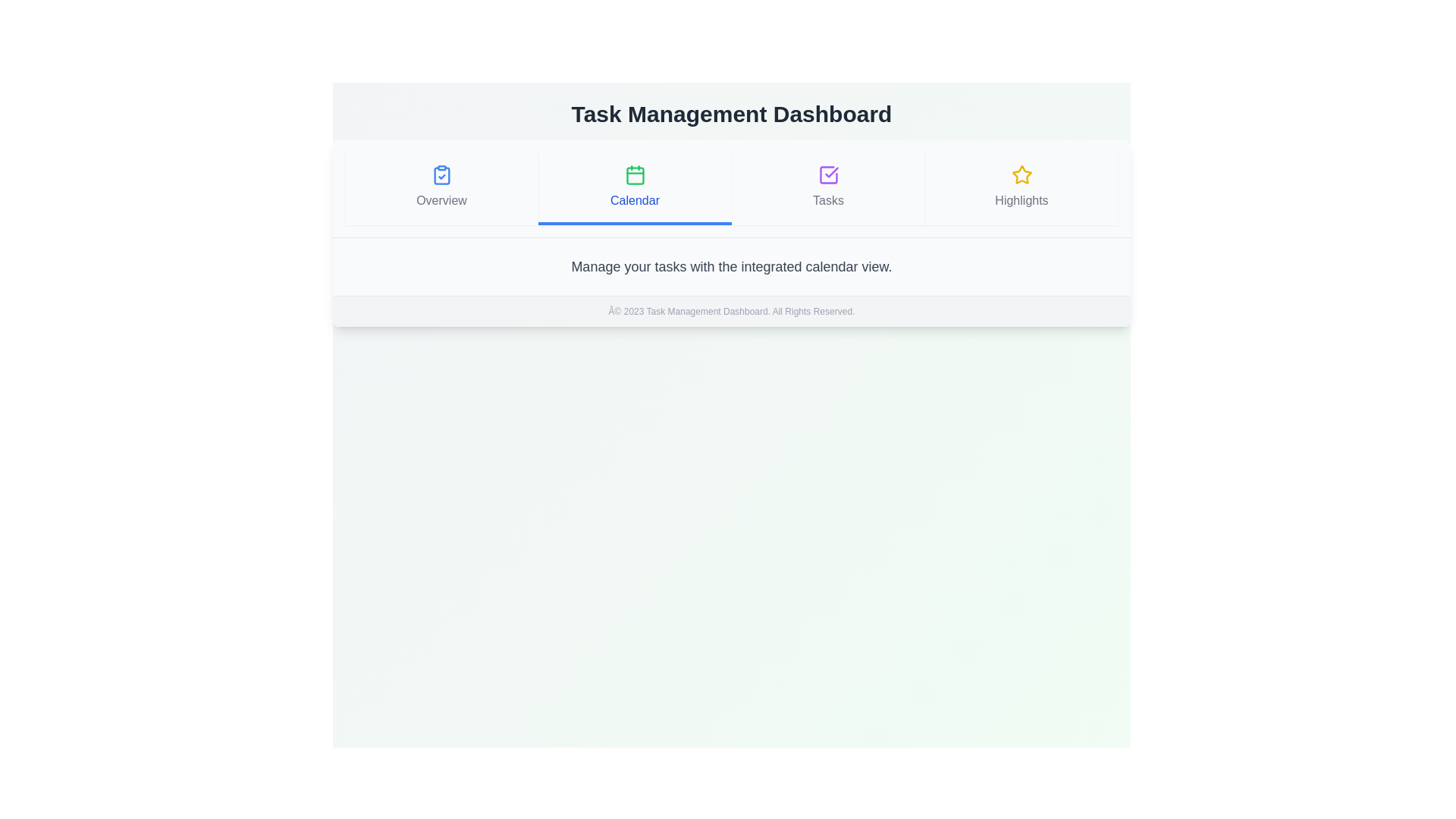  I want to click on the purple square icon with a checkmark, so click(827, 174).